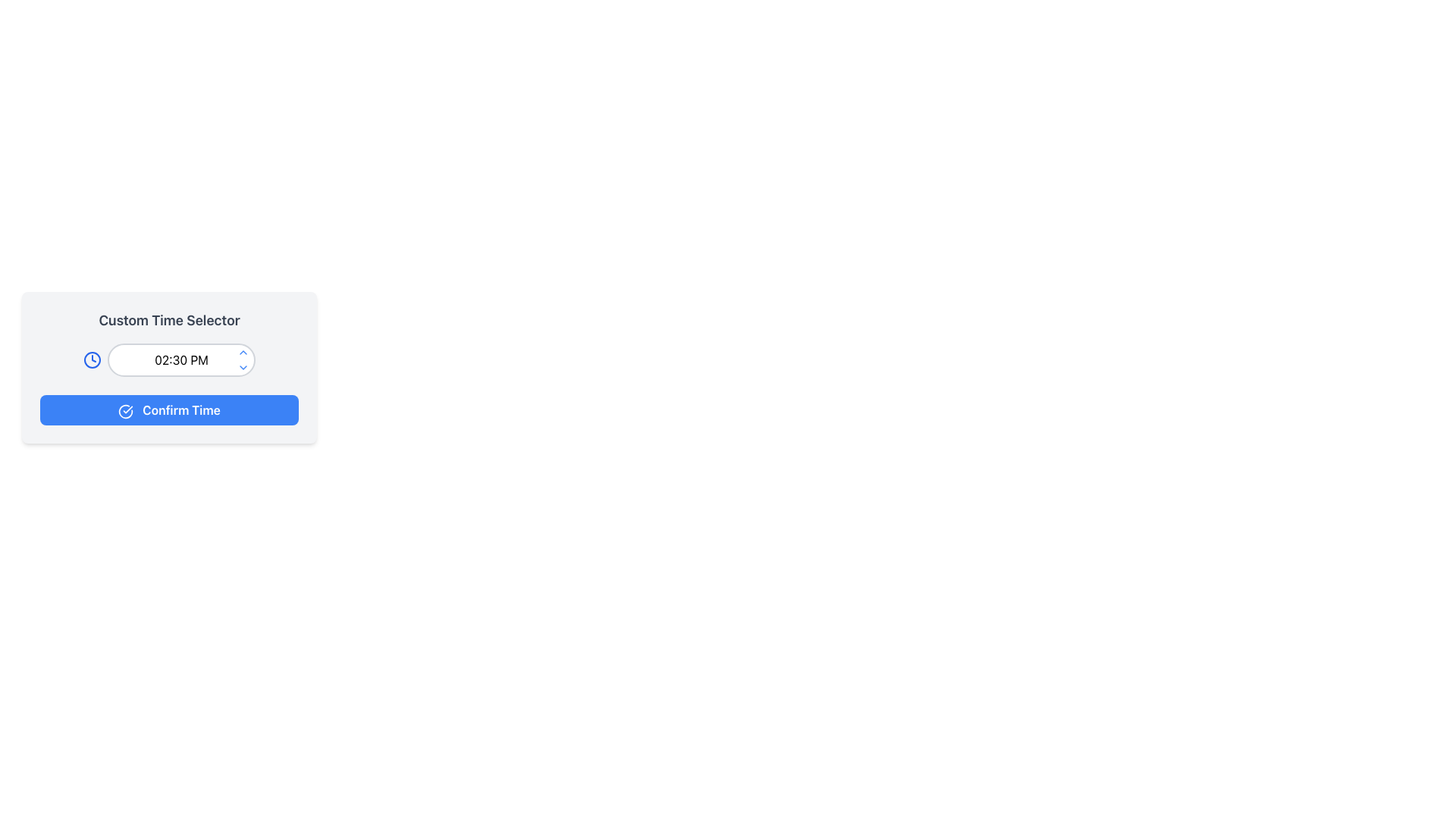  Describe the element at coordinates (169, 414) in the screenshot. I see `the 'Confirm Time' button located at the bottom of the custom time selector panel, which includes a heading and a time input field` at that location.